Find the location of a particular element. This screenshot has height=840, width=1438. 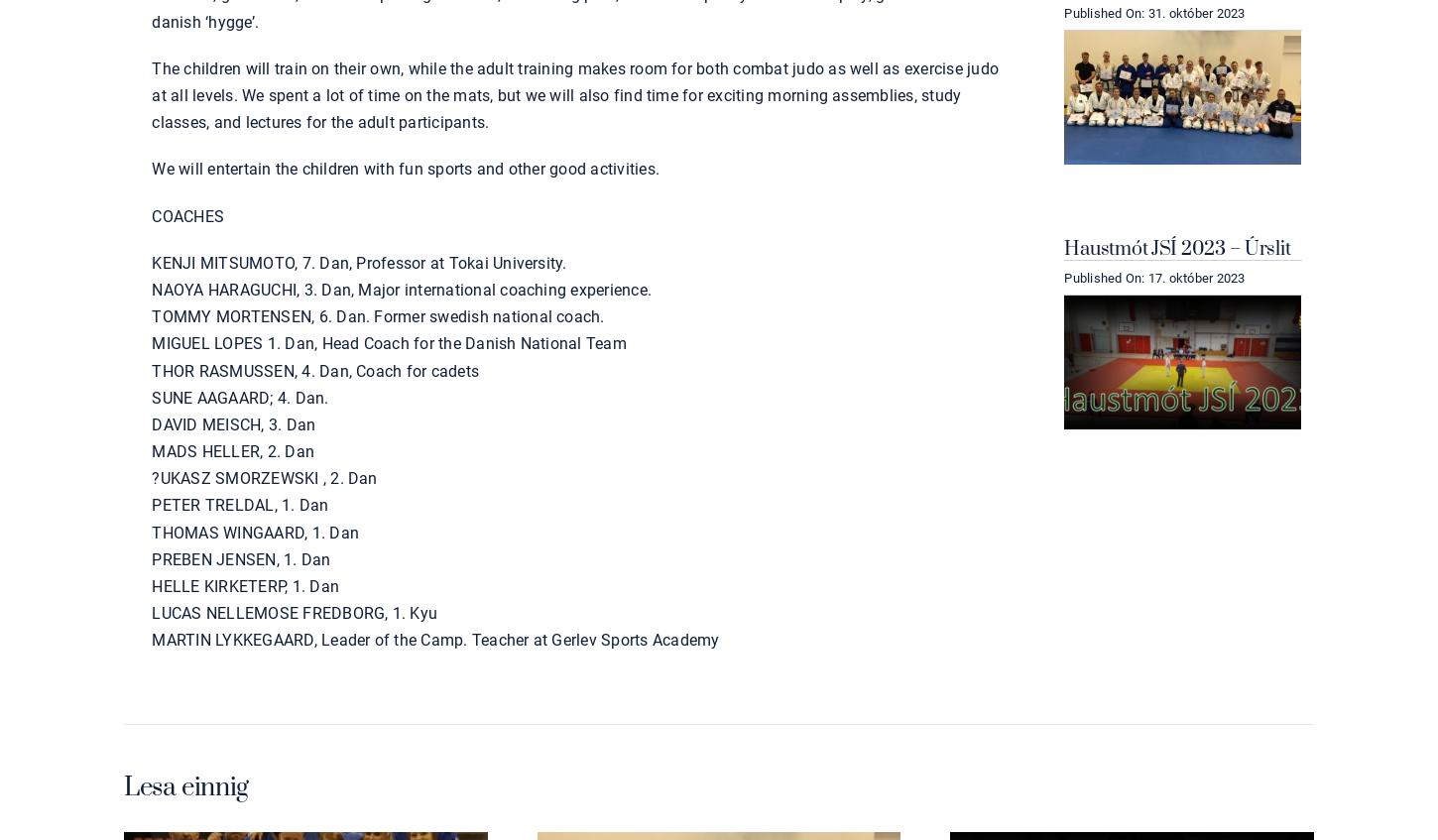

'KENJI MITSUMOTO, 7. Dan, Professor at Tokai University.' is located at coordinates (359, 261).